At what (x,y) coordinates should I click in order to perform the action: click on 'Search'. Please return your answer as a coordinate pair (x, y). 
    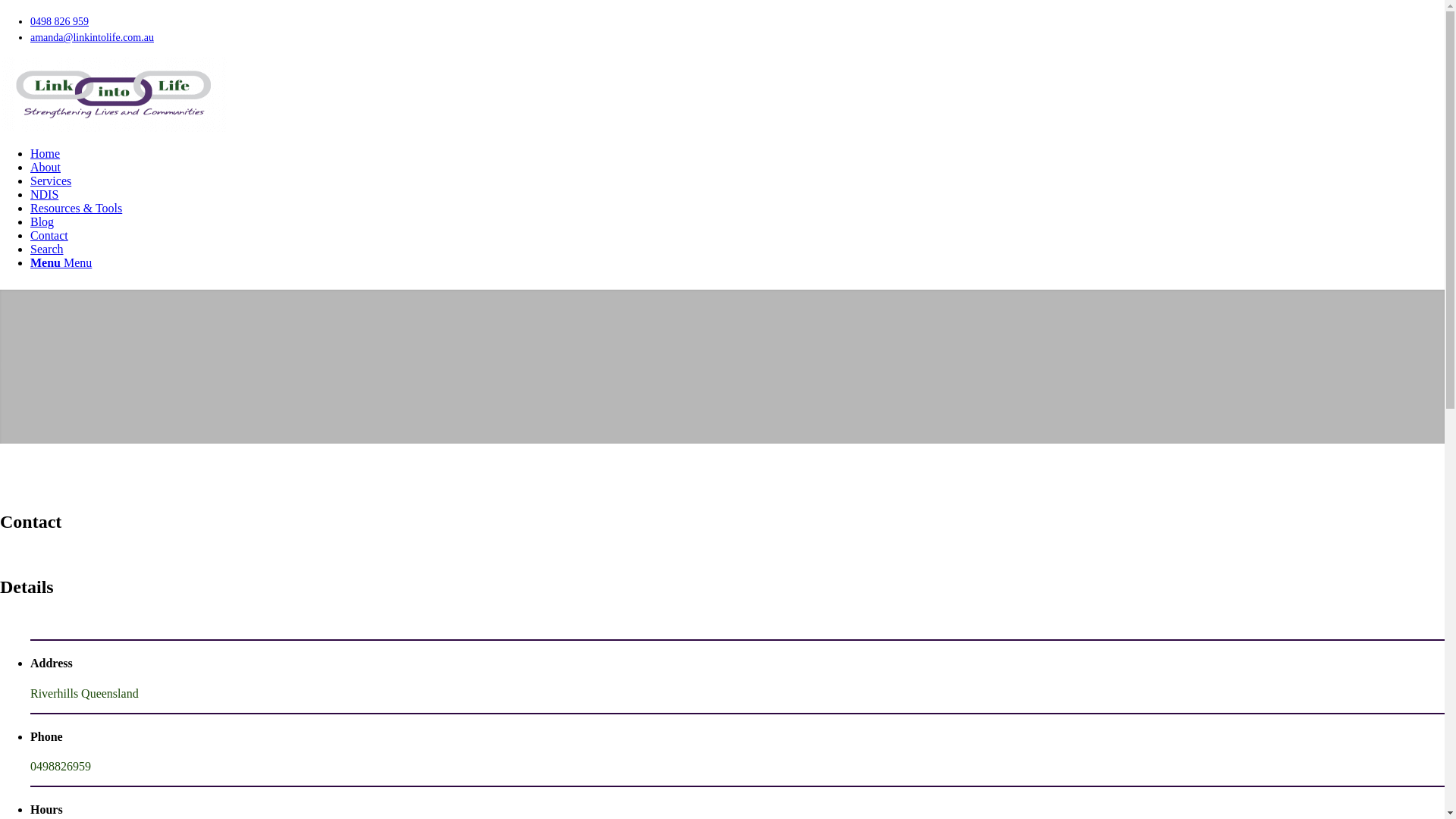
    Looking at the image, I should click on (47, 248).